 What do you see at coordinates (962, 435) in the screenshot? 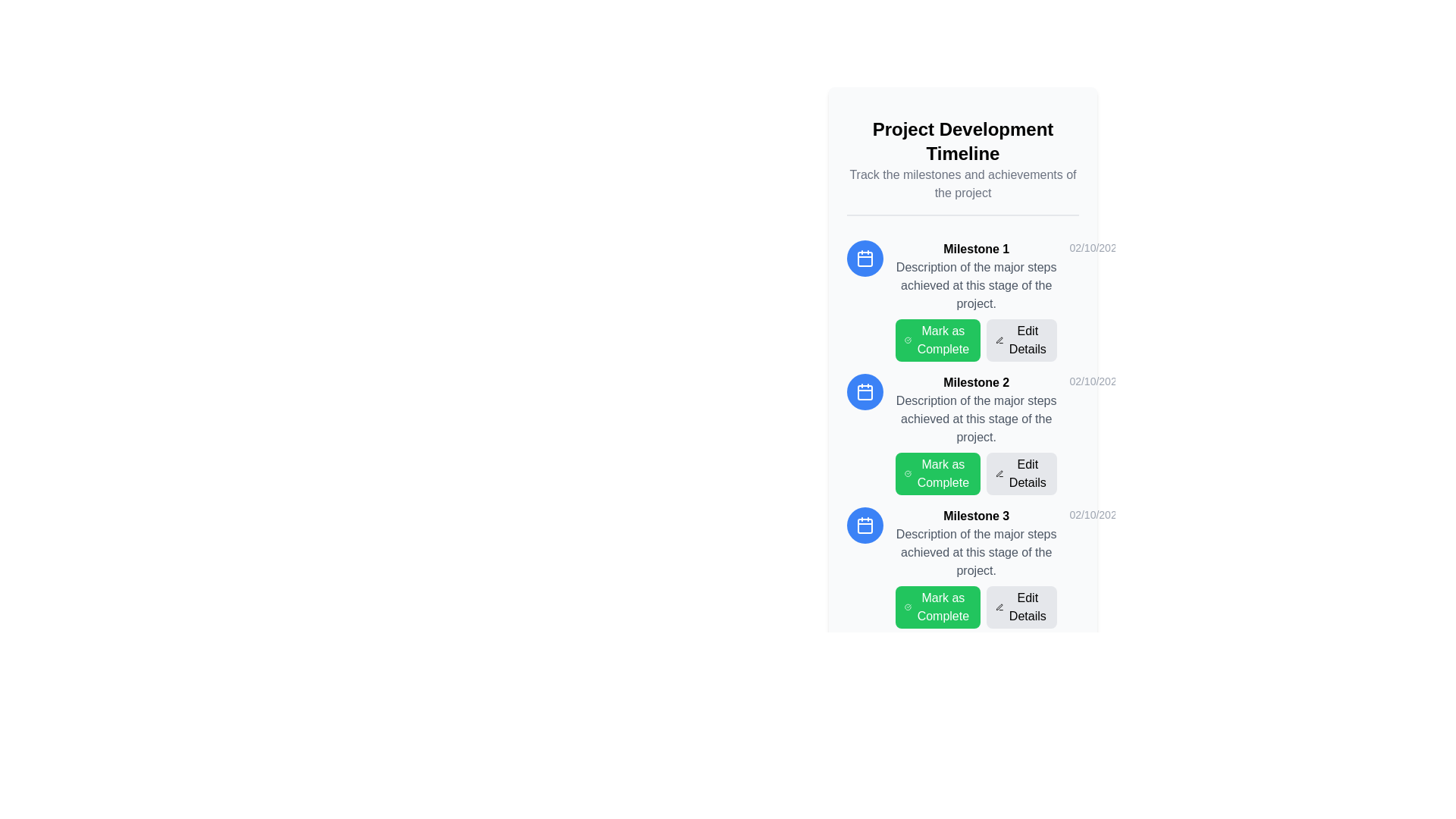
I see `the description text of the second milestone in the Project Development Timeline, which provides information about the milestone's title, description, and completion status` at bounding box center [962, 435].